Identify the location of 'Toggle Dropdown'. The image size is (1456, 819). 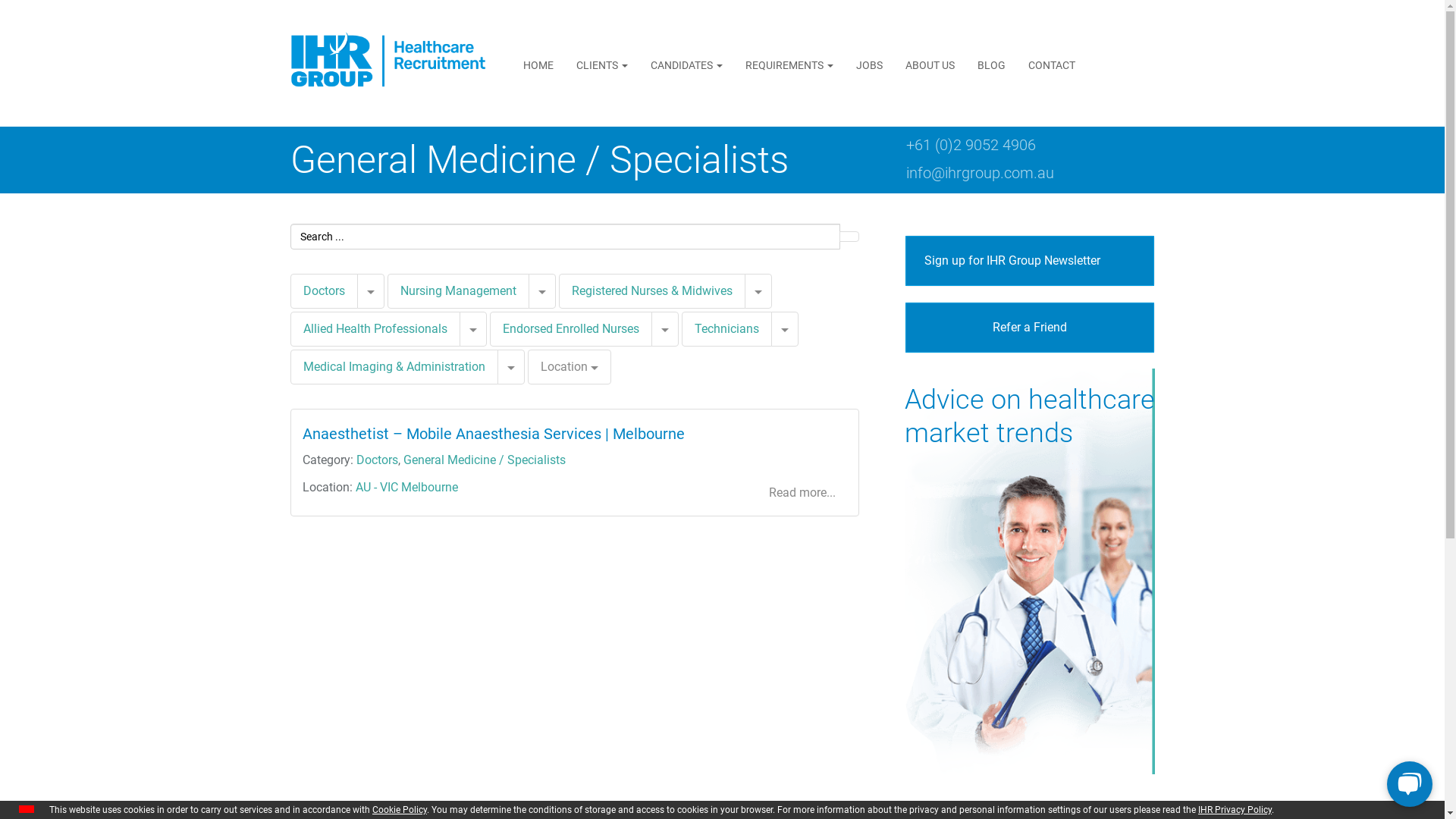
(370, 291).